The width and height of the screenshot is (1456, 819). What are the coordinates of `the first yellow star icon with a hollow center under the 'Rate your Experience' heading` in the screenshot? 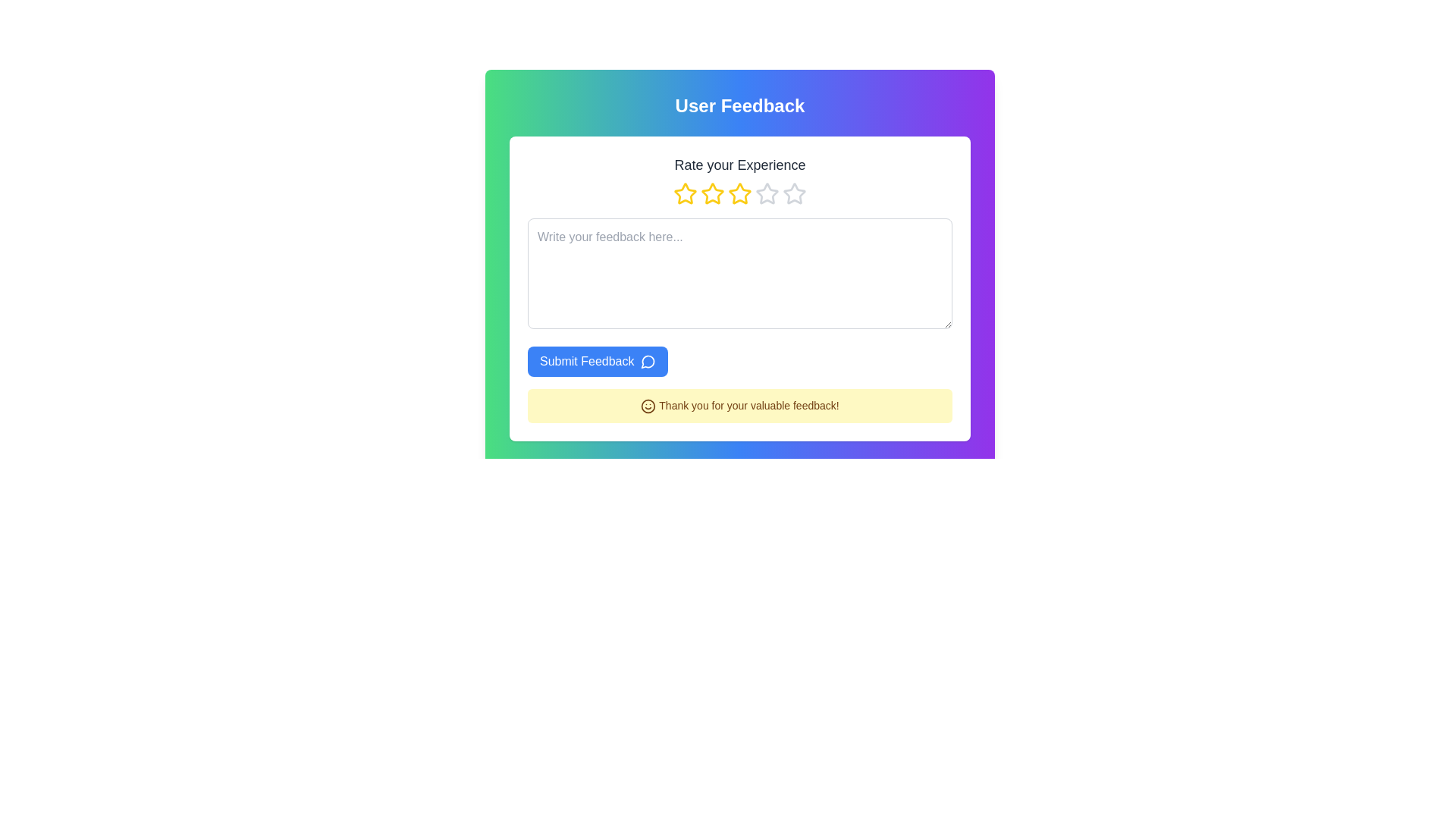 It's located at (684, 193).